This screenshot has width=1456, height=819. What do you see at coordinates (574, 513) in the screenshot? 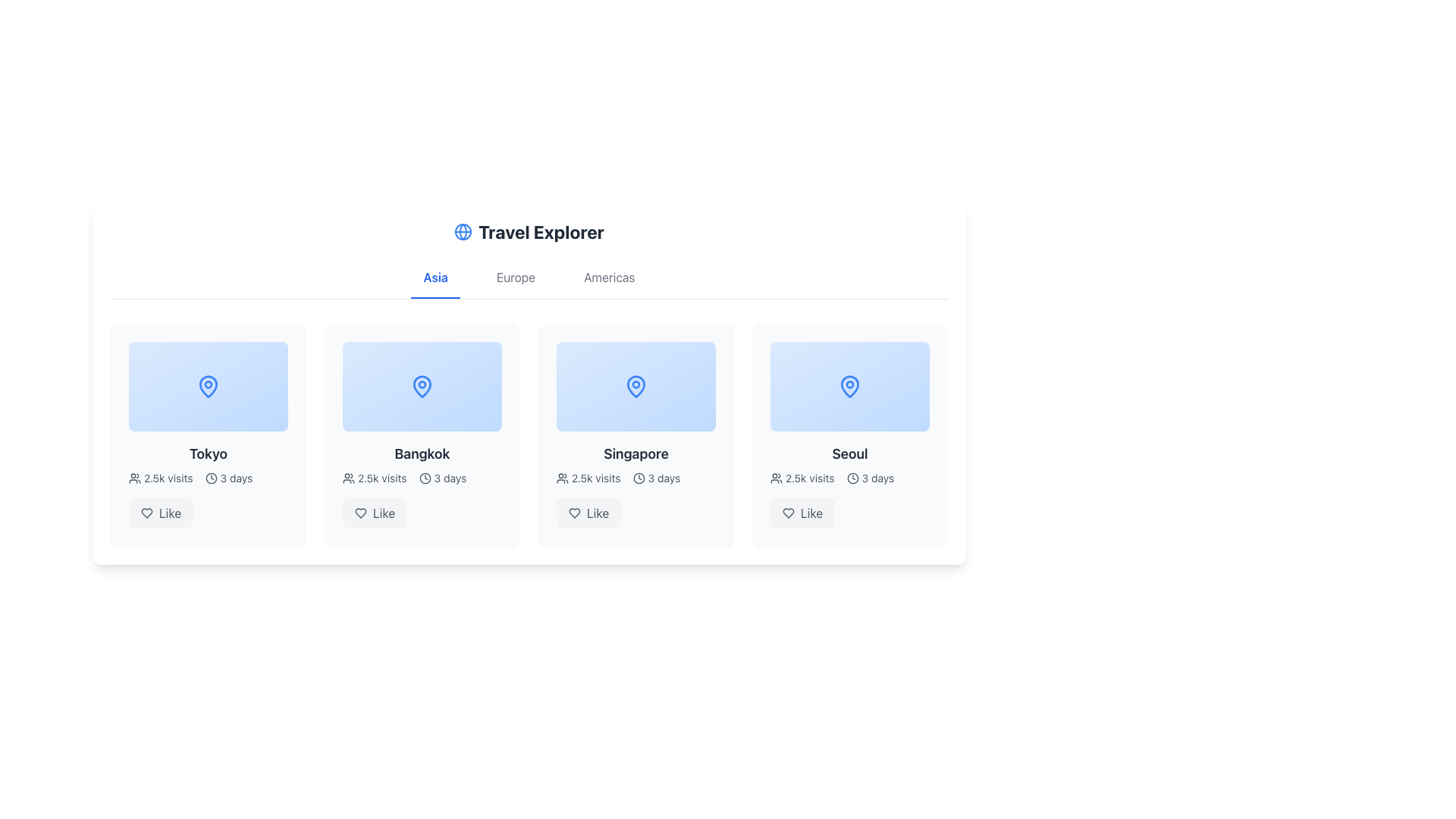
I see `the heart icon representing the 'Like' action located at the bottom section of the card labeled 'Singapore'` at bounding box center [574, 513].